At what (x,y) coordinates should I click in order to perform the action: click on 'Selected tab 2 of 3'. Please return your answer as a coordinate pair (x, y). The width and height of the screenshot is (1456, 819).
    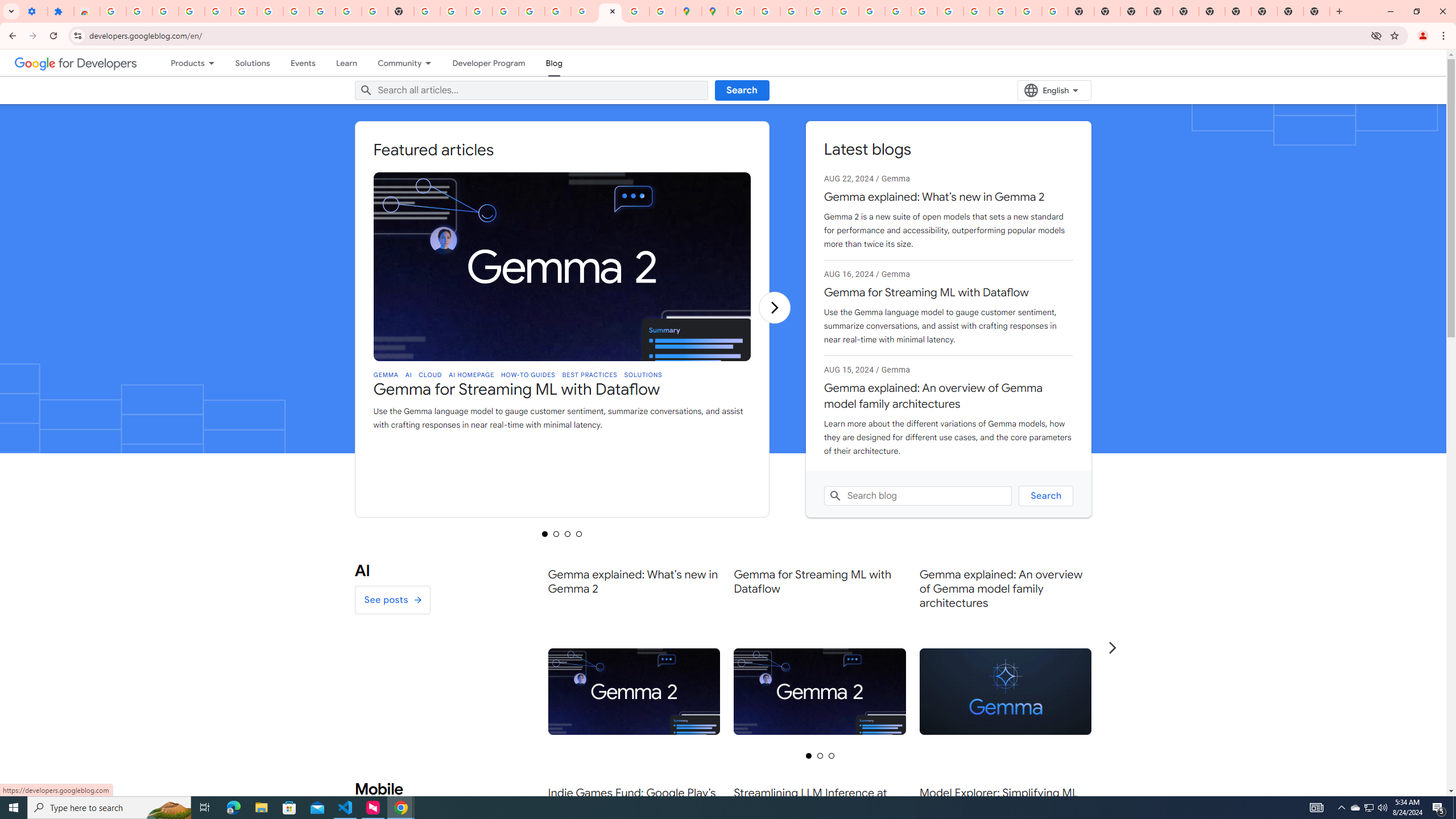
    Looking at the image, I should click on (819, 755).